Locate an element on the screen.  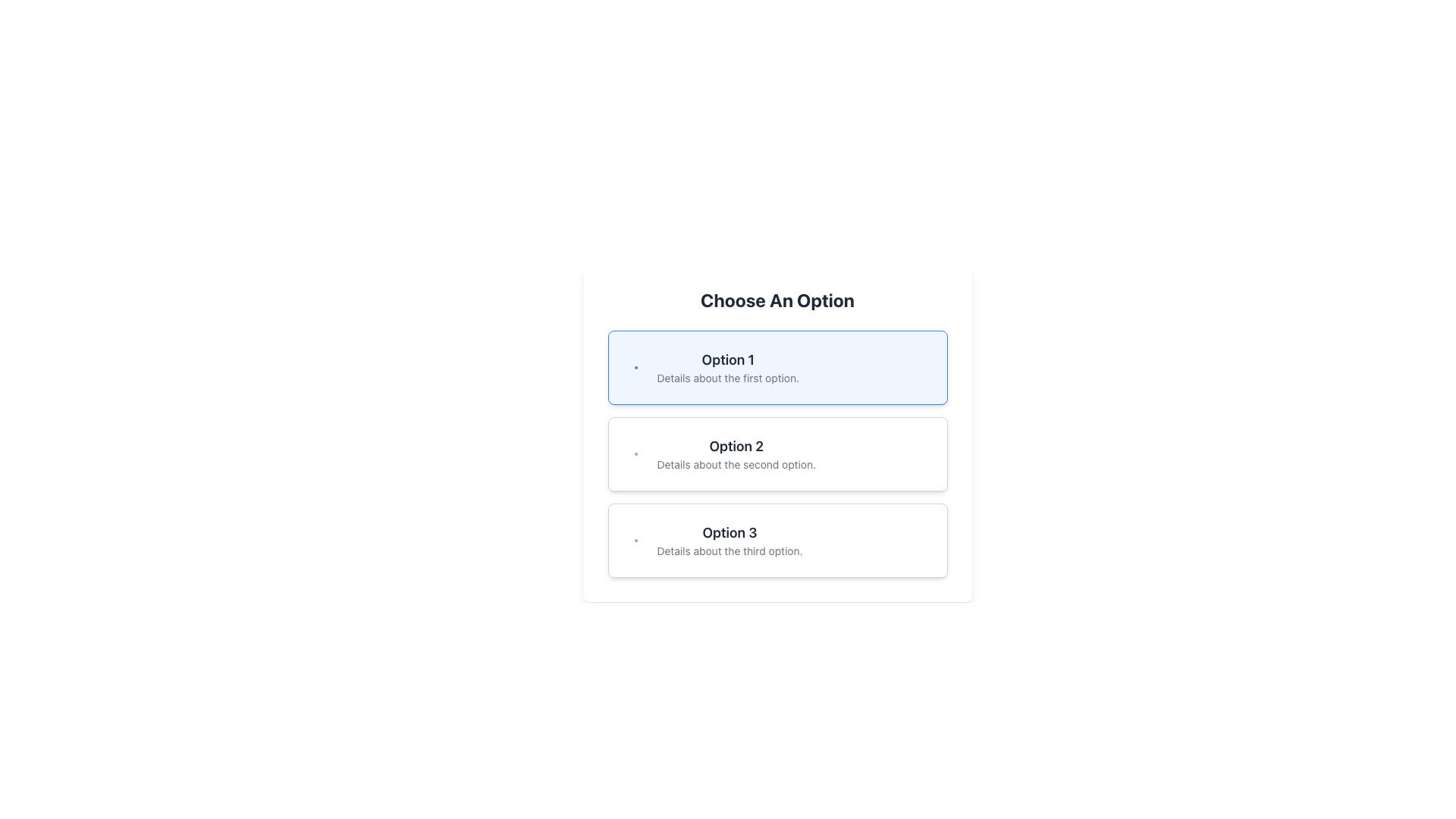
text element labeled 'Option 1', which is bold and large in a serif font, displayed in charcoal gray on a light blue background, and is the first title in a vertically aligned list of selectable options is located at coordinates (728, 359).